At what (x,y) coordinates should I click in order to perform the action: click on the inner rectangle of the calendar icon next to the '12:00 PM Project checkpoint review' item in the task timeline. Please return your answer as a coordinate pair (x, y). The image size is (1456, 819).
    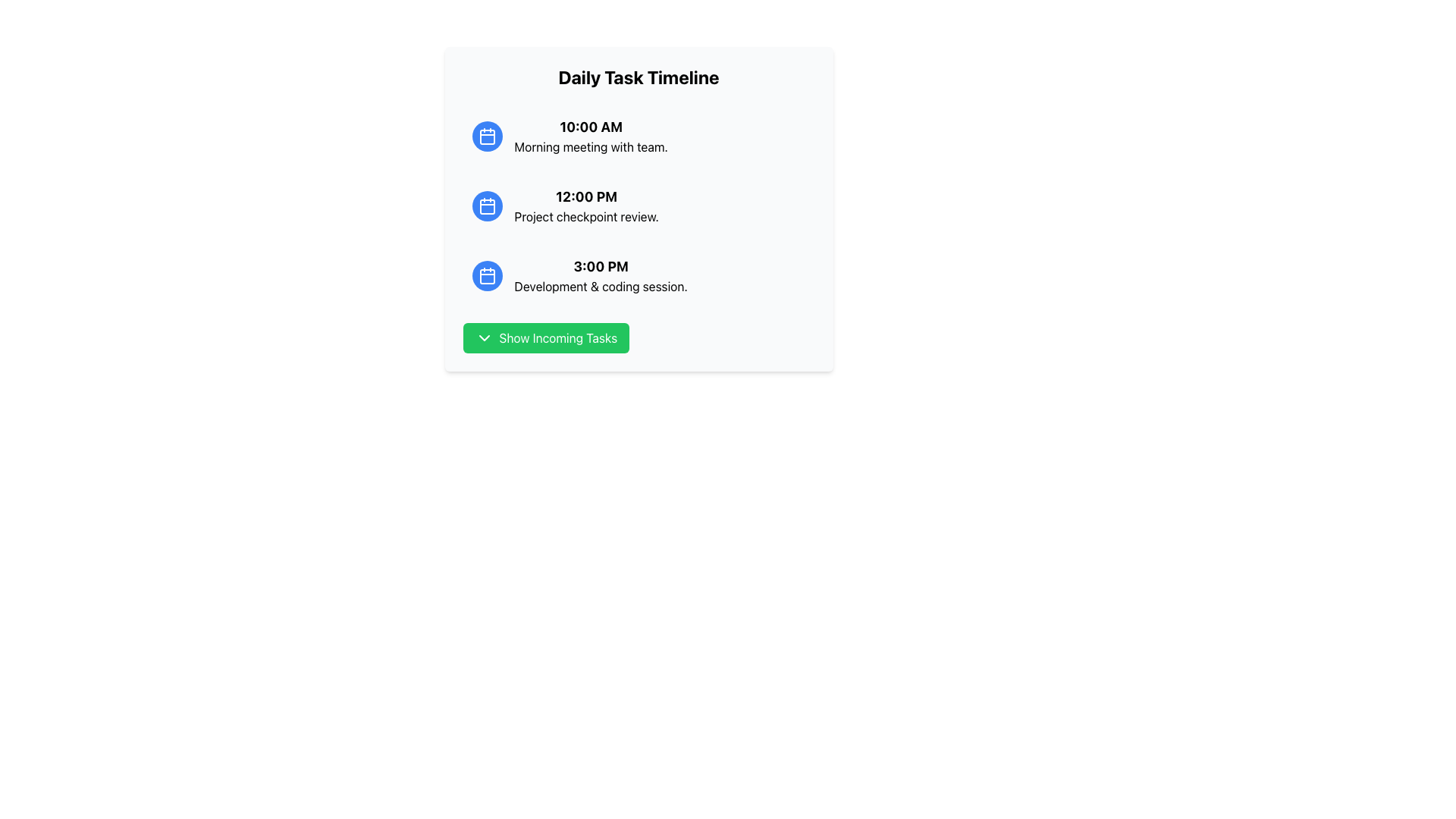
    Looking at the image, I should click on (487, 207).